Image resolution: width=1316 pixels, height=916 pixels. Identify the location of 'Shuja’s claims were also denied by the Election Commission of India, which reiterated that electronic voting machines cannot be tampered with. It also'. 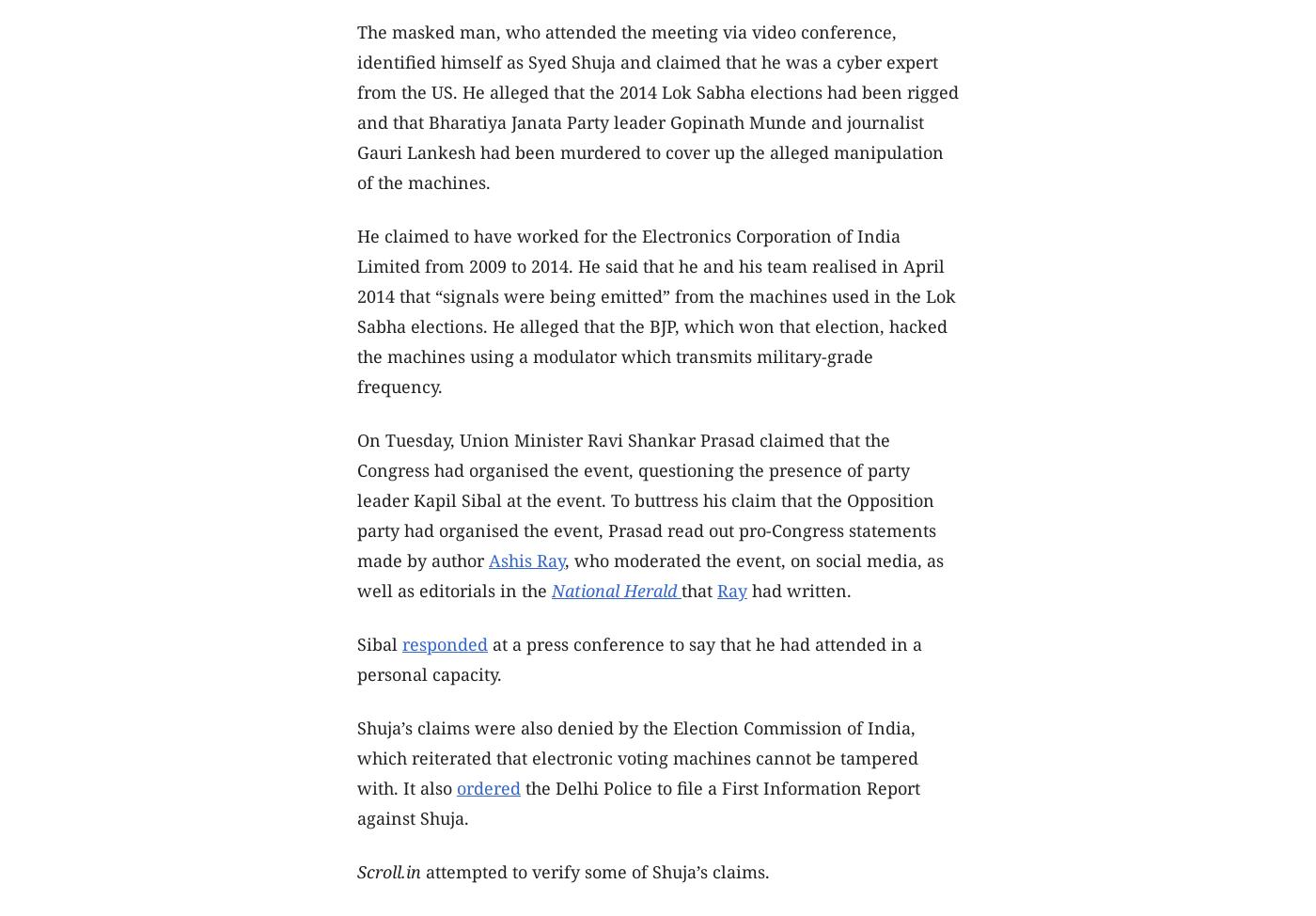
(637, 756).